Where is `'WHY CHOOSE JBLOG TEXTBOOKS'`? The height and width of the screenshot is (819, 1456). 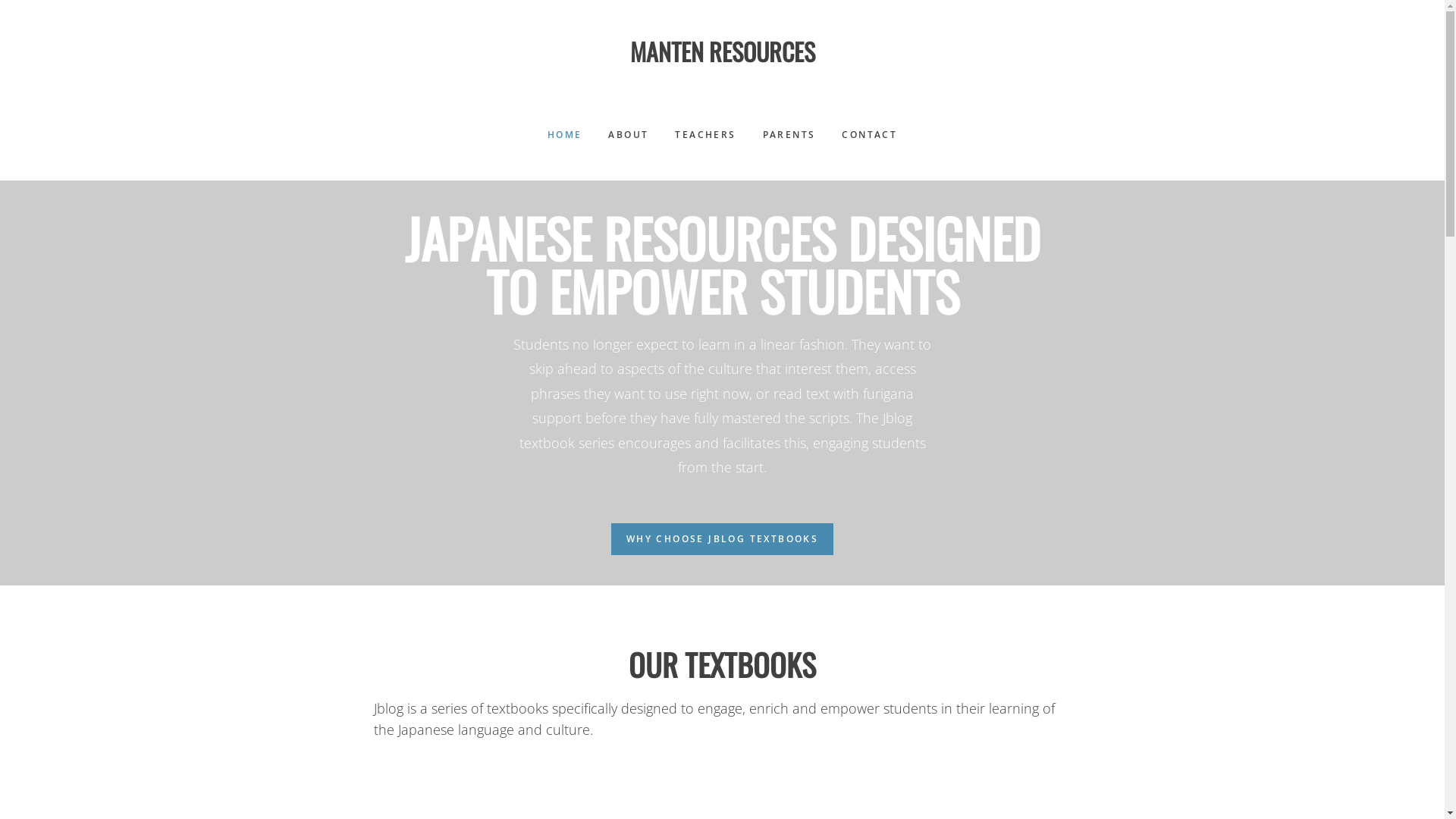 'WHY CHOOSE JBLOG TEXTBOOKS' is located at coordinates (721, 538).